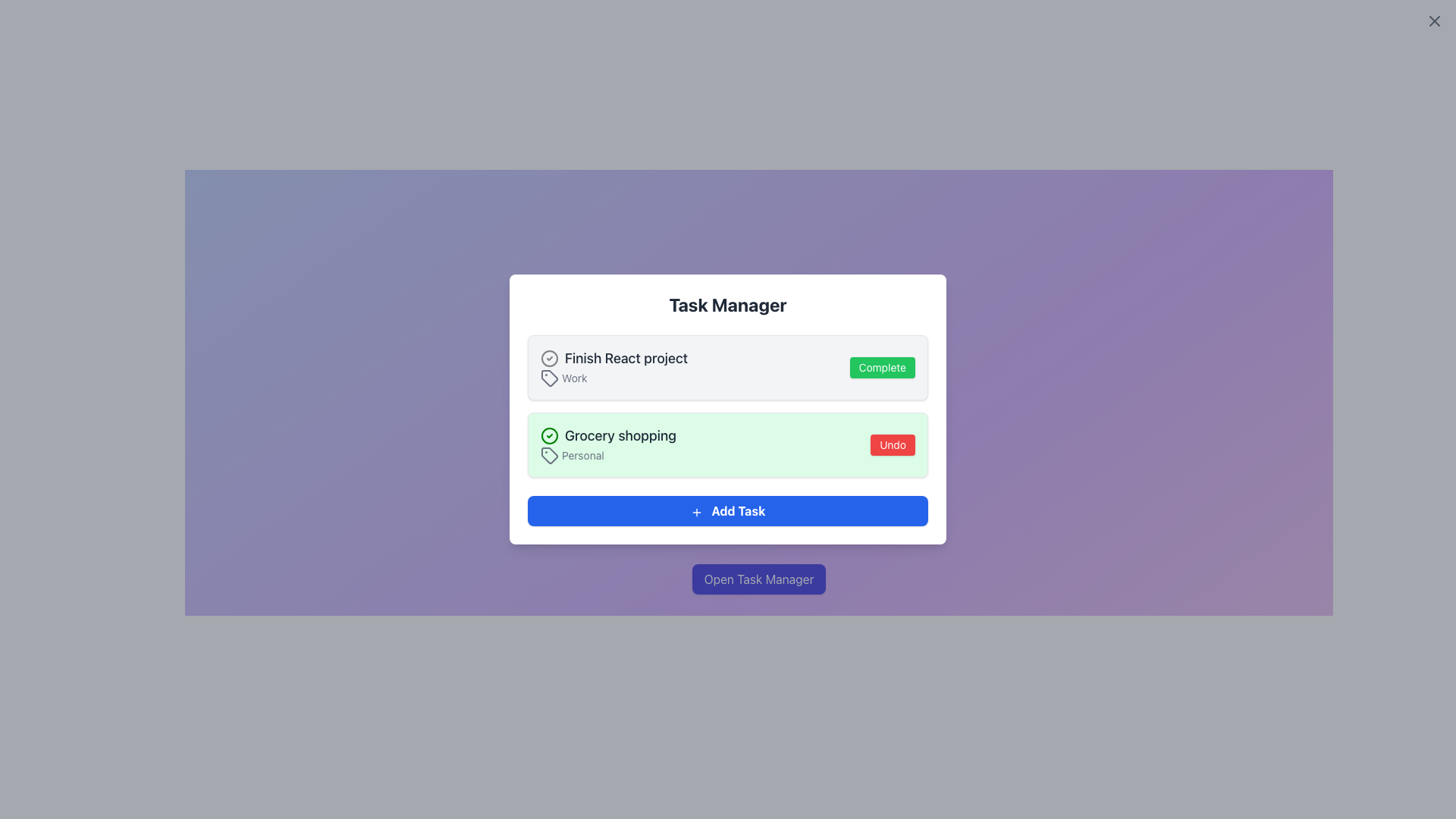 The image size is (1456, 819). Describe the element at coordinates (1433, 20) in the screenshot. I see `the Close or Cancel icon located at the upper-right corner of the application interface, which is part of the modal close controls` at that location.